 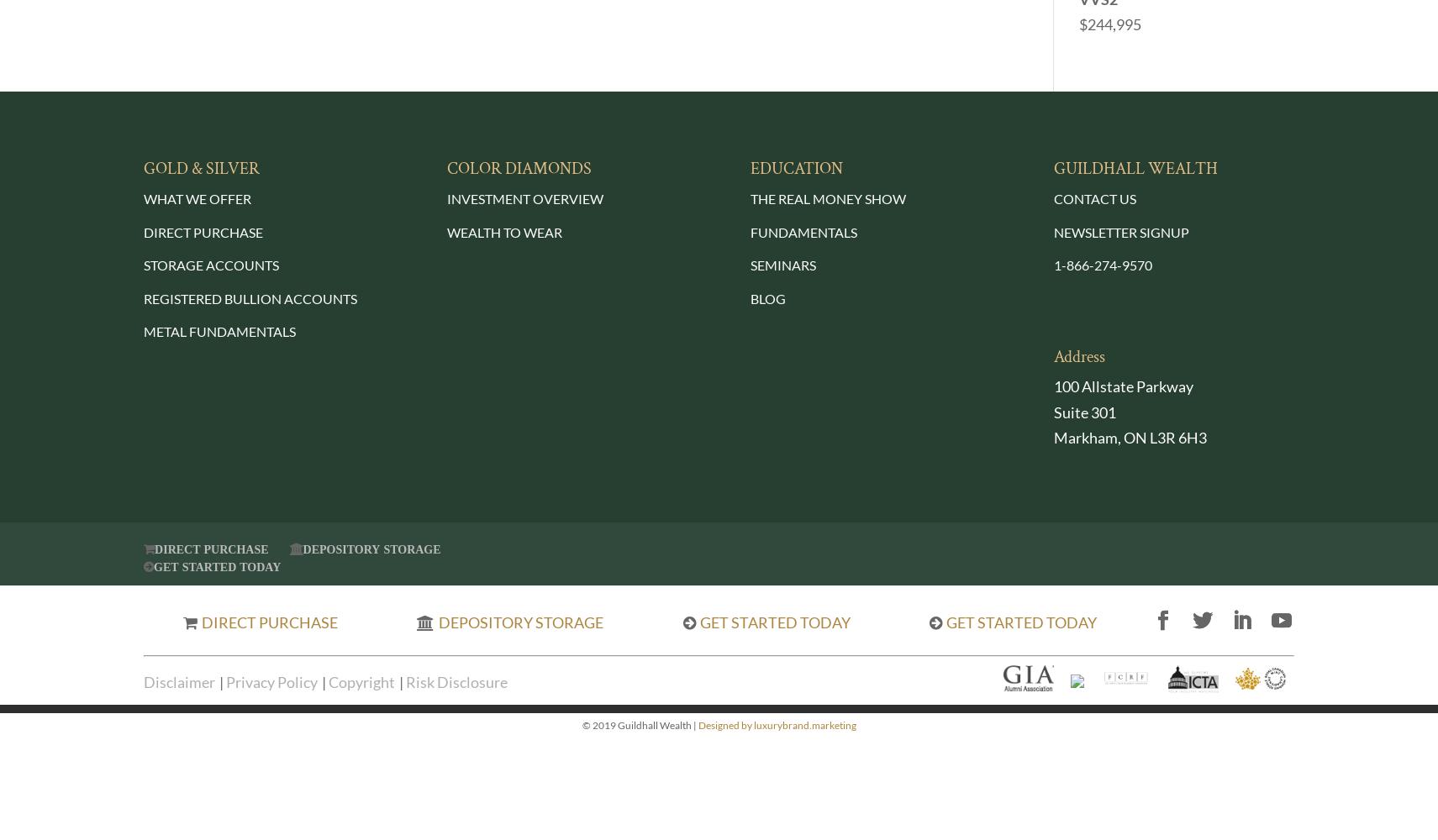 I want to click on 'GUILDHALL WEALTH', so click(x=1135, y=167).